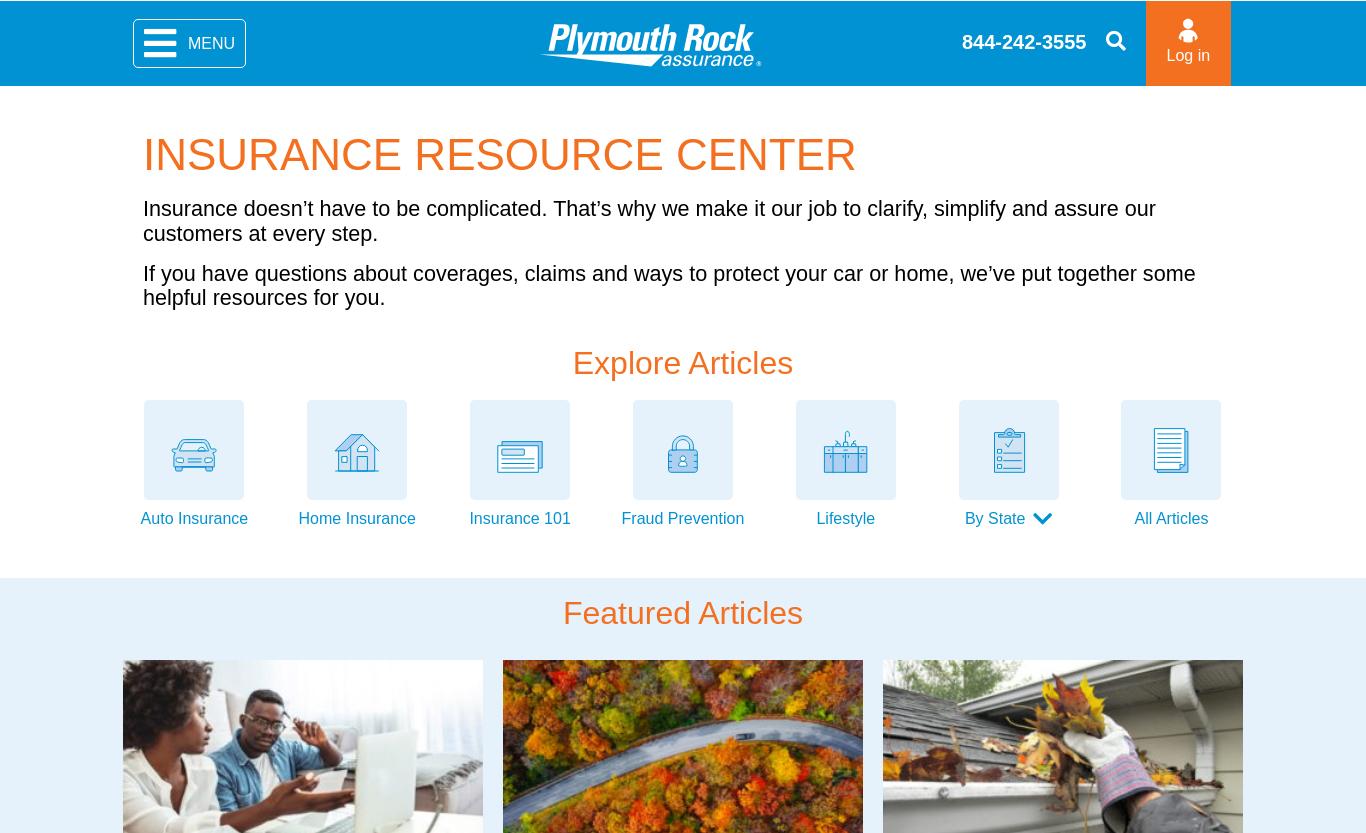 Image resolution: width=1366 pixels, height=833 pixels. What do you see at coordinates (681, 612) in the screenshot?
I see `'Featured Articles'` at bounding box center [681, 612].